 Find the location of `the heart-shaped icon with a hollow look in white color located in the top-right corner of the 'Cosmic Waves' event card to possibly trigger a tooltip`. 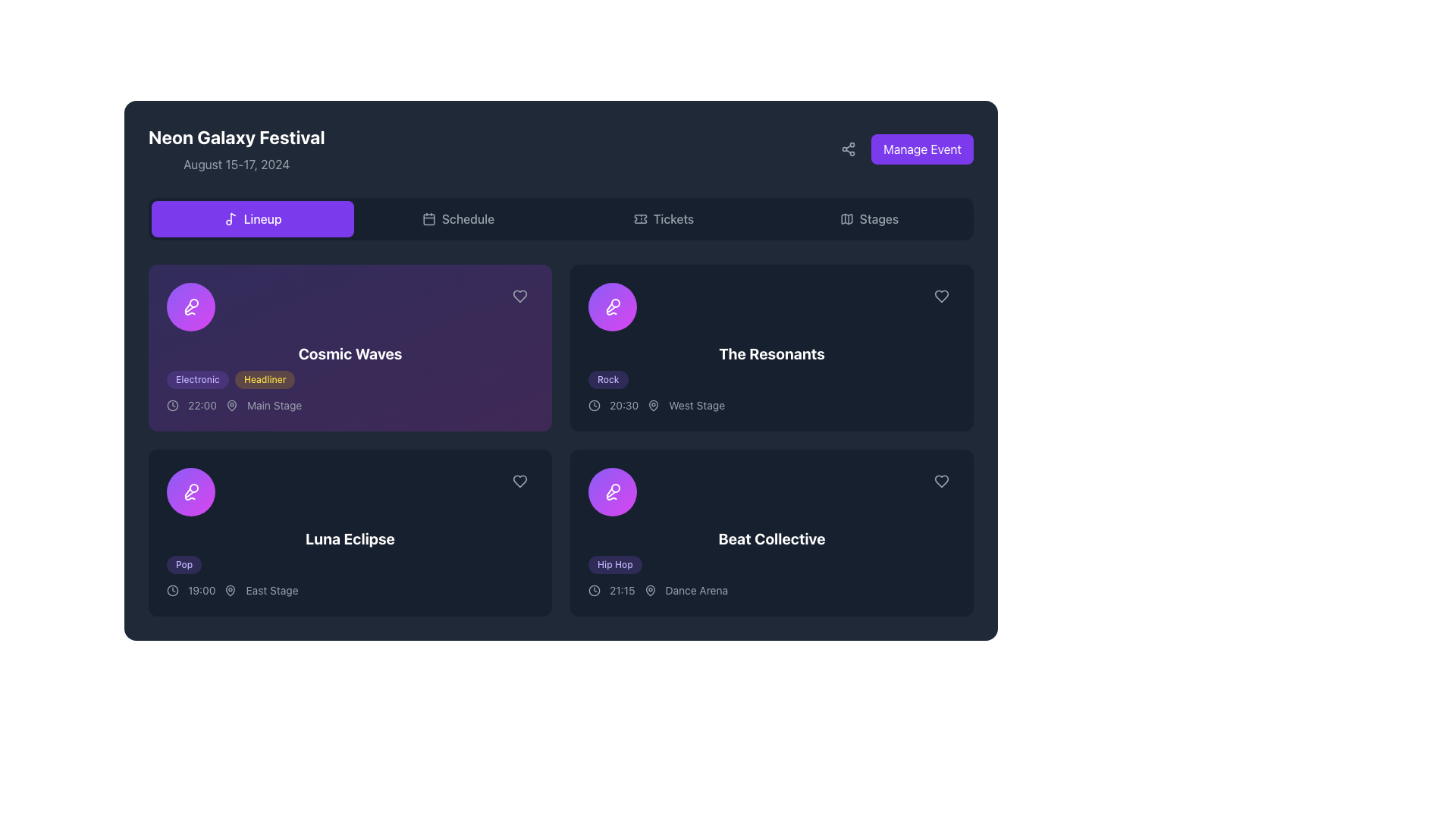

the heart-shaped icon with a hollow look in white color located in the top-right corner of the 'Cosmic Waves' event card to possibly trigger a tooltip is located at coordinates (520, 296).